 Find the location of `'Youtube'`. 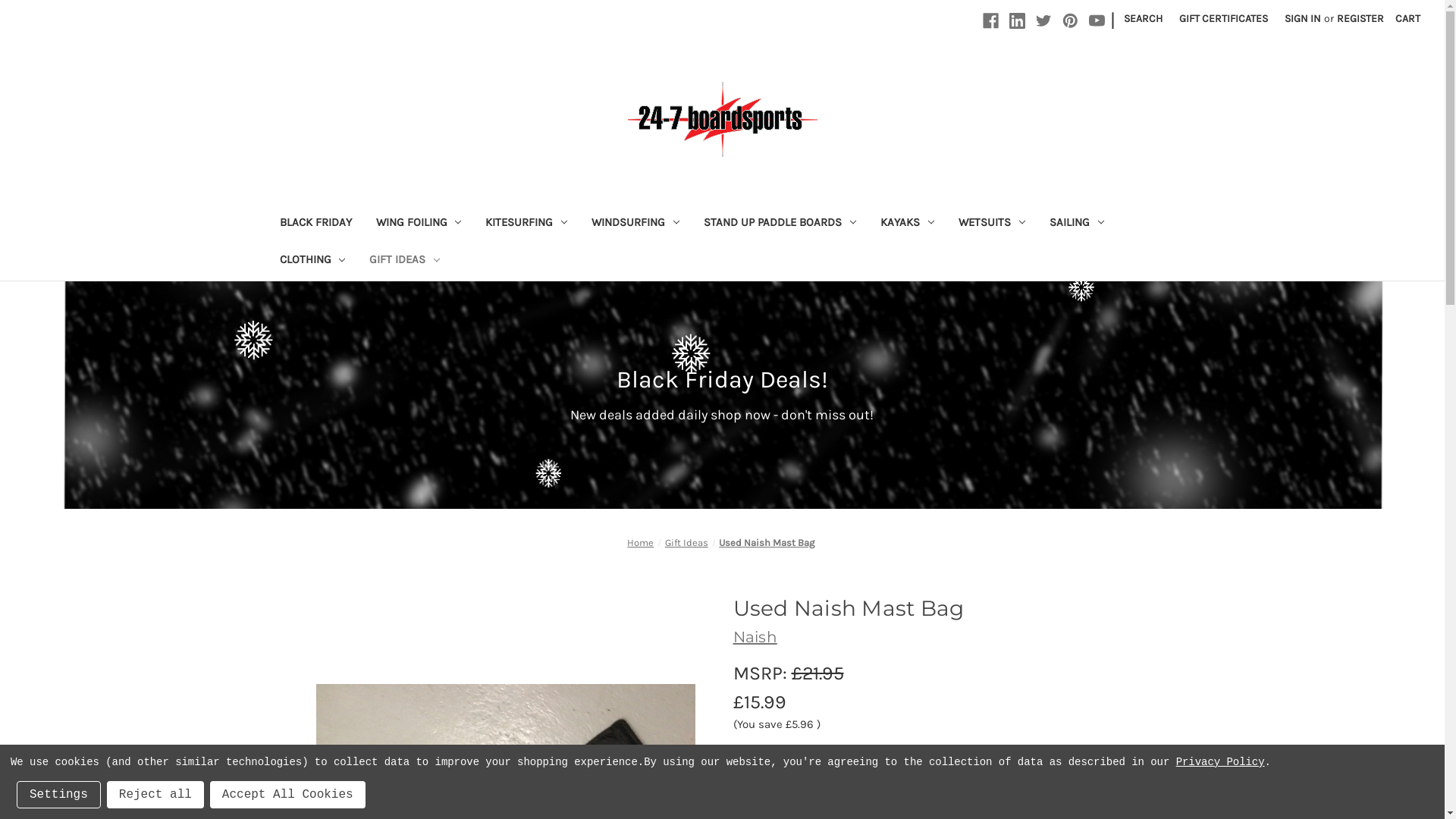

'Youtube' is located at coordinates (1097, 20).